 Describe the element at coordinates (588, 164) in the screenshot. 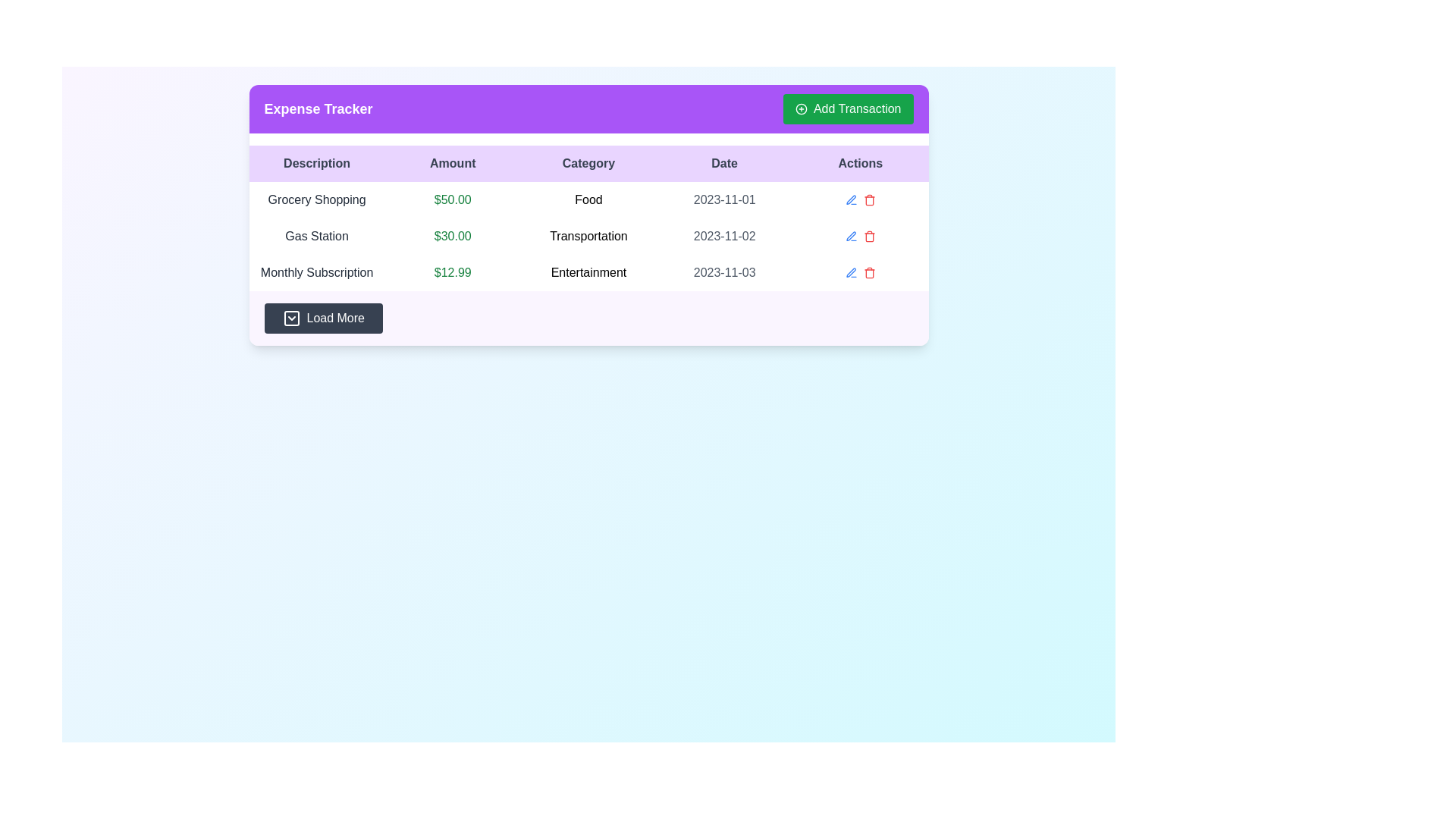

I see `the 'Category' text label, which has a light gray background and dark gray text, positioned between the 'Amount' and 'Date' labels in a horizontal row` at that location.